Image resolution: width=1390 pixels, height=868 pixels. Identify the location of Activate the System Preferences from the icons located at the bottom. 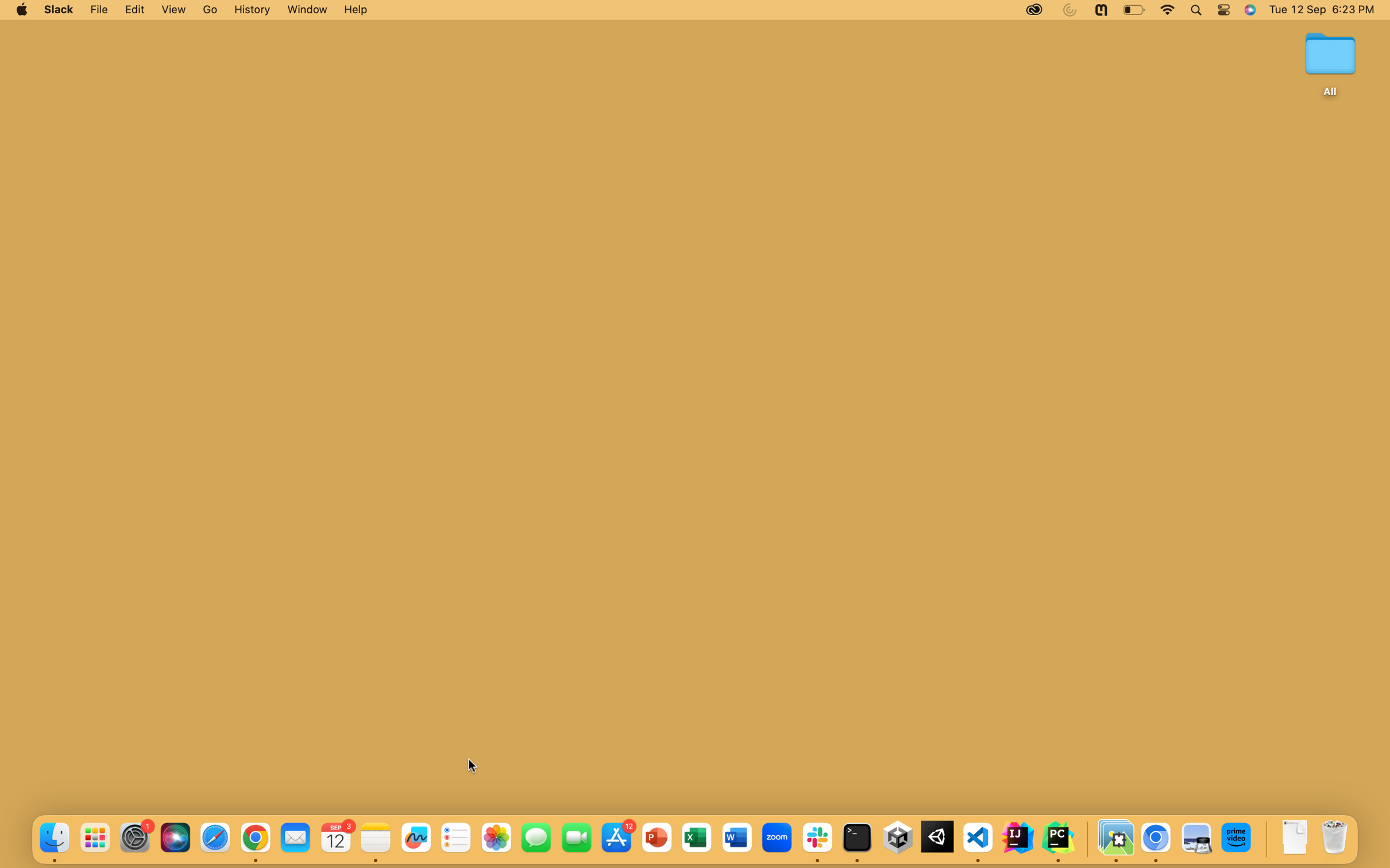
(134, 838).